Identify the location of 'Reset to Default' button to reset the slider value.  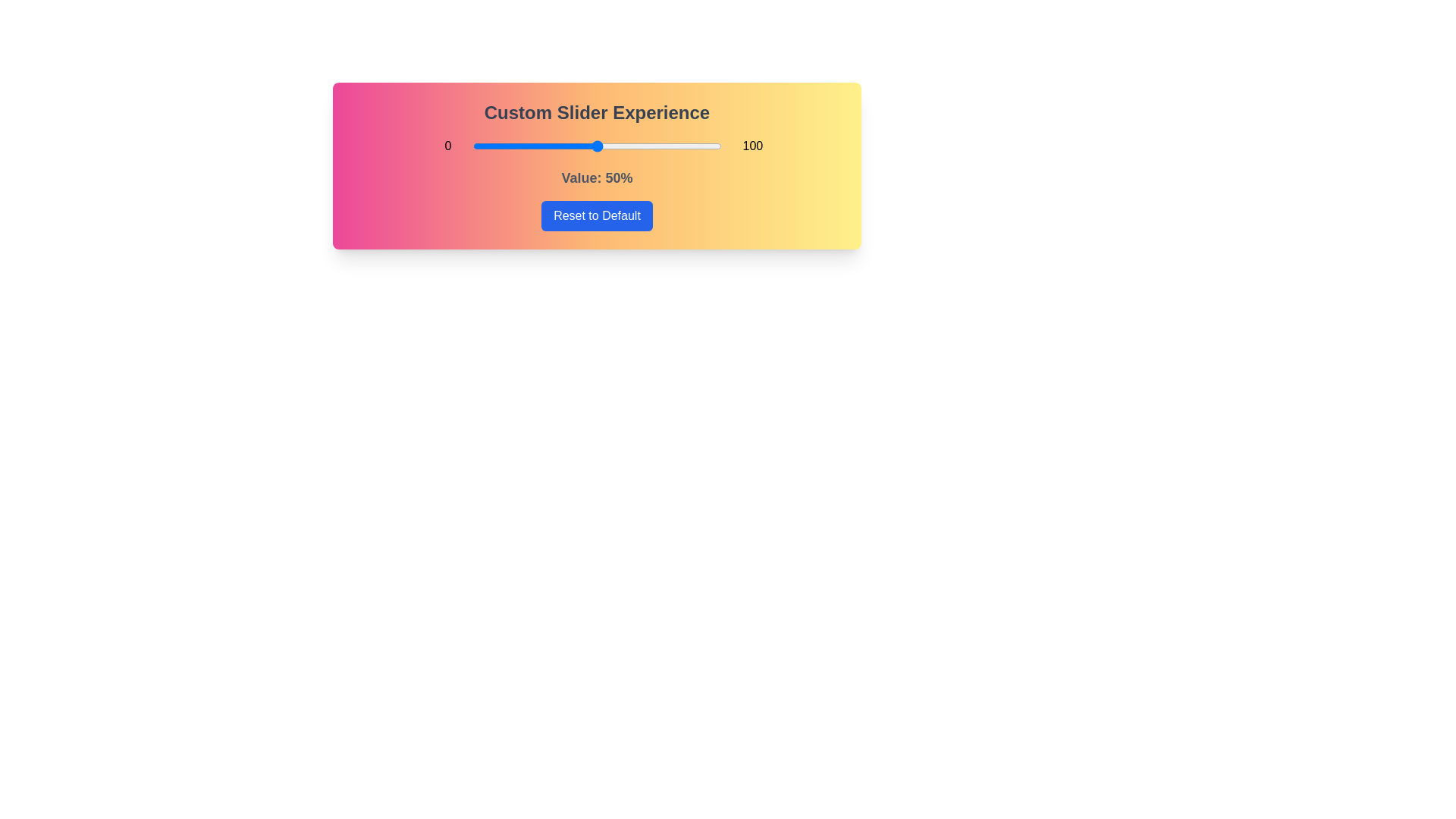
(596, 216).